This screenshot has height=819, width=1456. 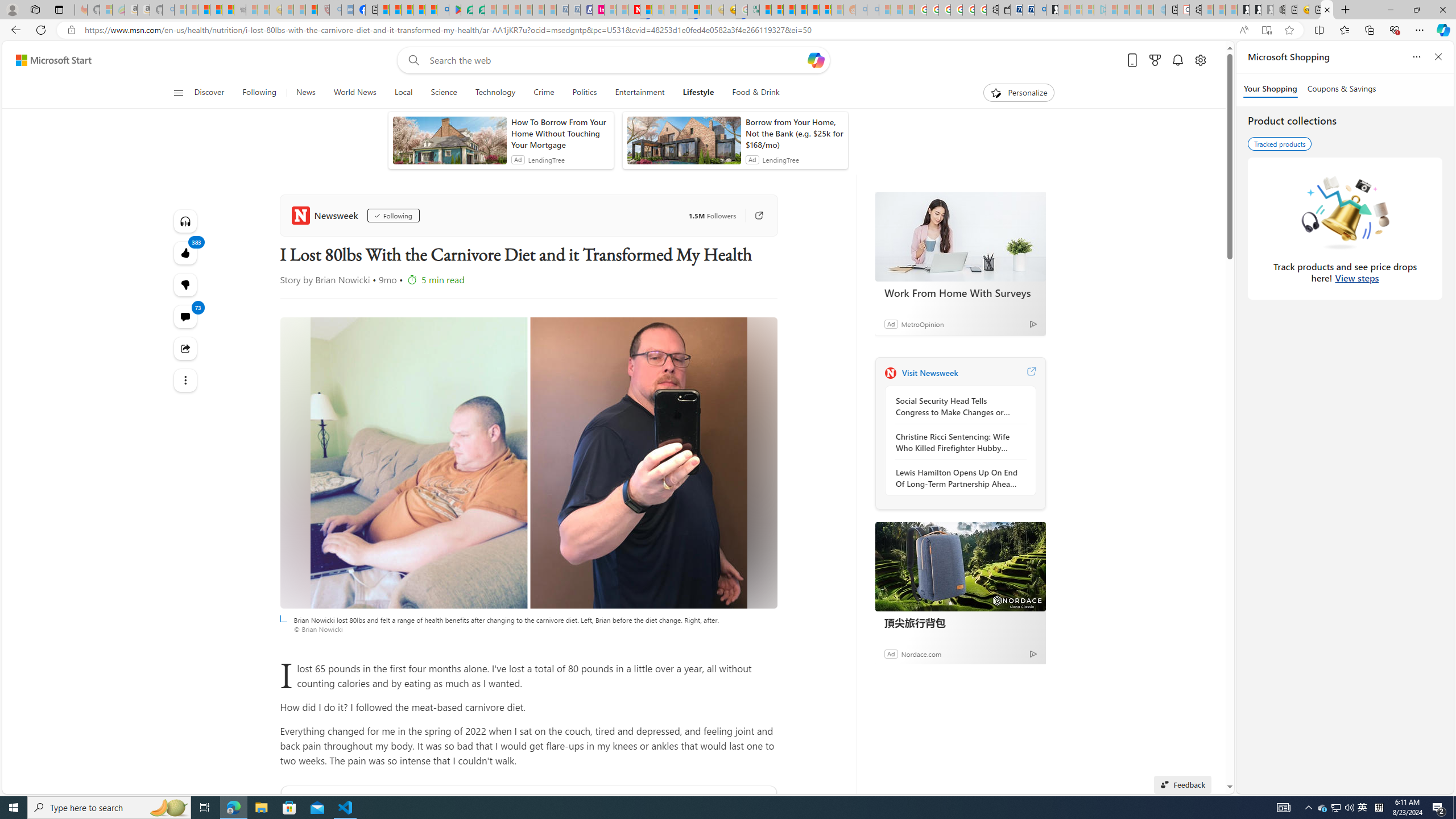 I want to click on 'Expert Portfolios', so click(x=801, y=9).